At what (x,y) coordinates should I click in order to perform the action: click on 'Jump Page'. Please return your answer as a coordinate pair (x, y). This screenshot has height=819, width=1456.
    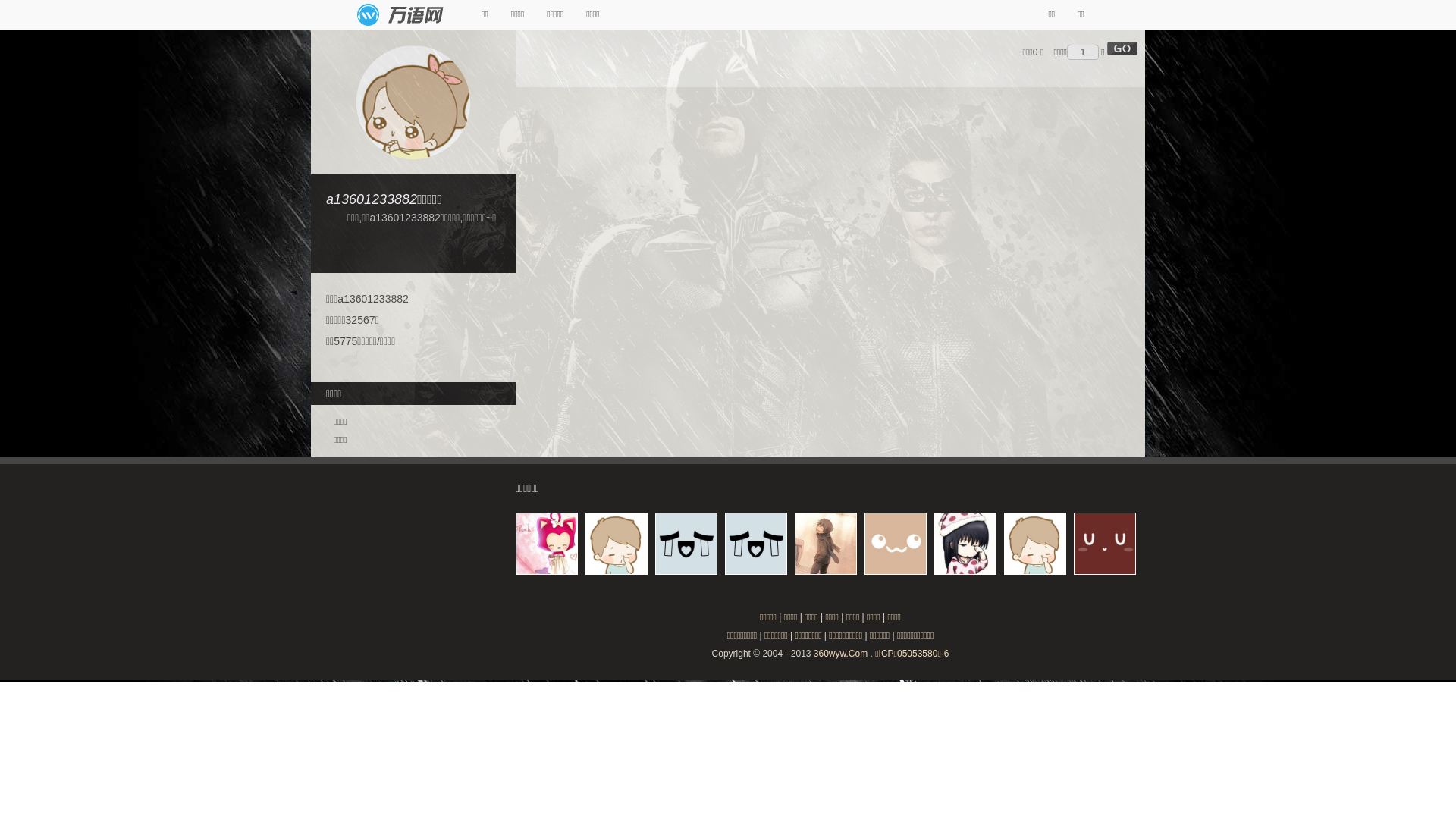
    Looking at the image, I should click on (1081, 52).